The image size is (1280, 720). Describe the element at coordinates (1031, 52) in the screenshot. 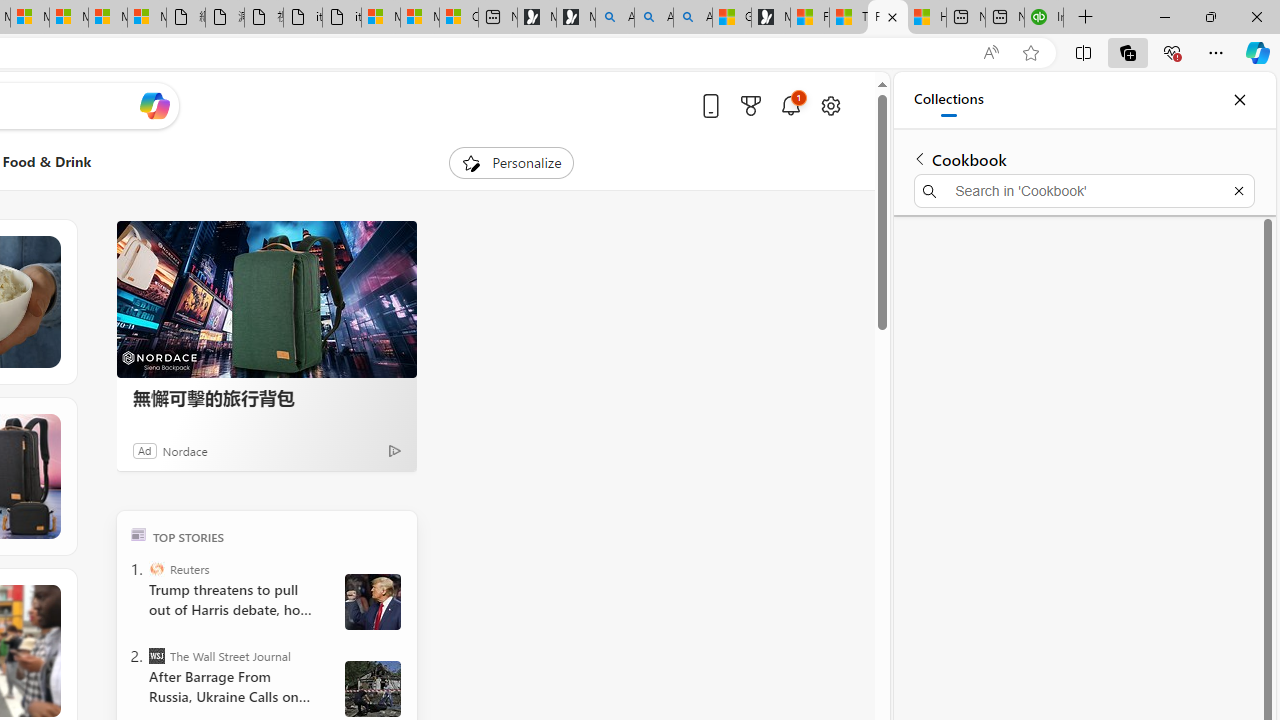

I see `'Add this page to favorites (Ctrl+D)'` at that location.